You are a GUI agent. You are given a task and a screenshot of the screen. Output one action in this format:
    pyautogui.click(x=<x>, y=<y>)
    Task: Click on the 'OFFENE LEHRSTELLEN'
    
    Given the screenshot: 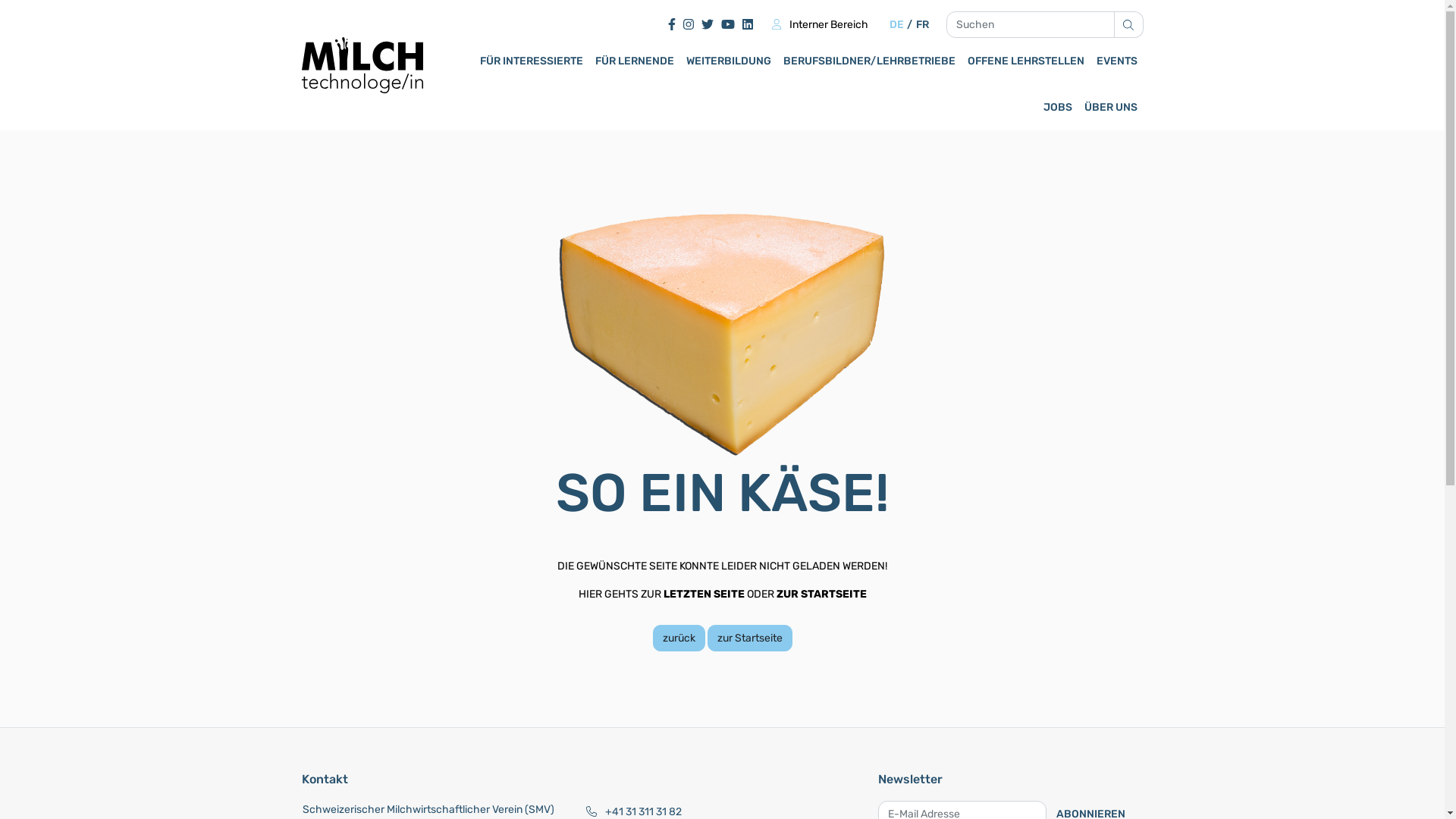 What is the action you would take?
    pyautogui.click(x=960, y=60)
    